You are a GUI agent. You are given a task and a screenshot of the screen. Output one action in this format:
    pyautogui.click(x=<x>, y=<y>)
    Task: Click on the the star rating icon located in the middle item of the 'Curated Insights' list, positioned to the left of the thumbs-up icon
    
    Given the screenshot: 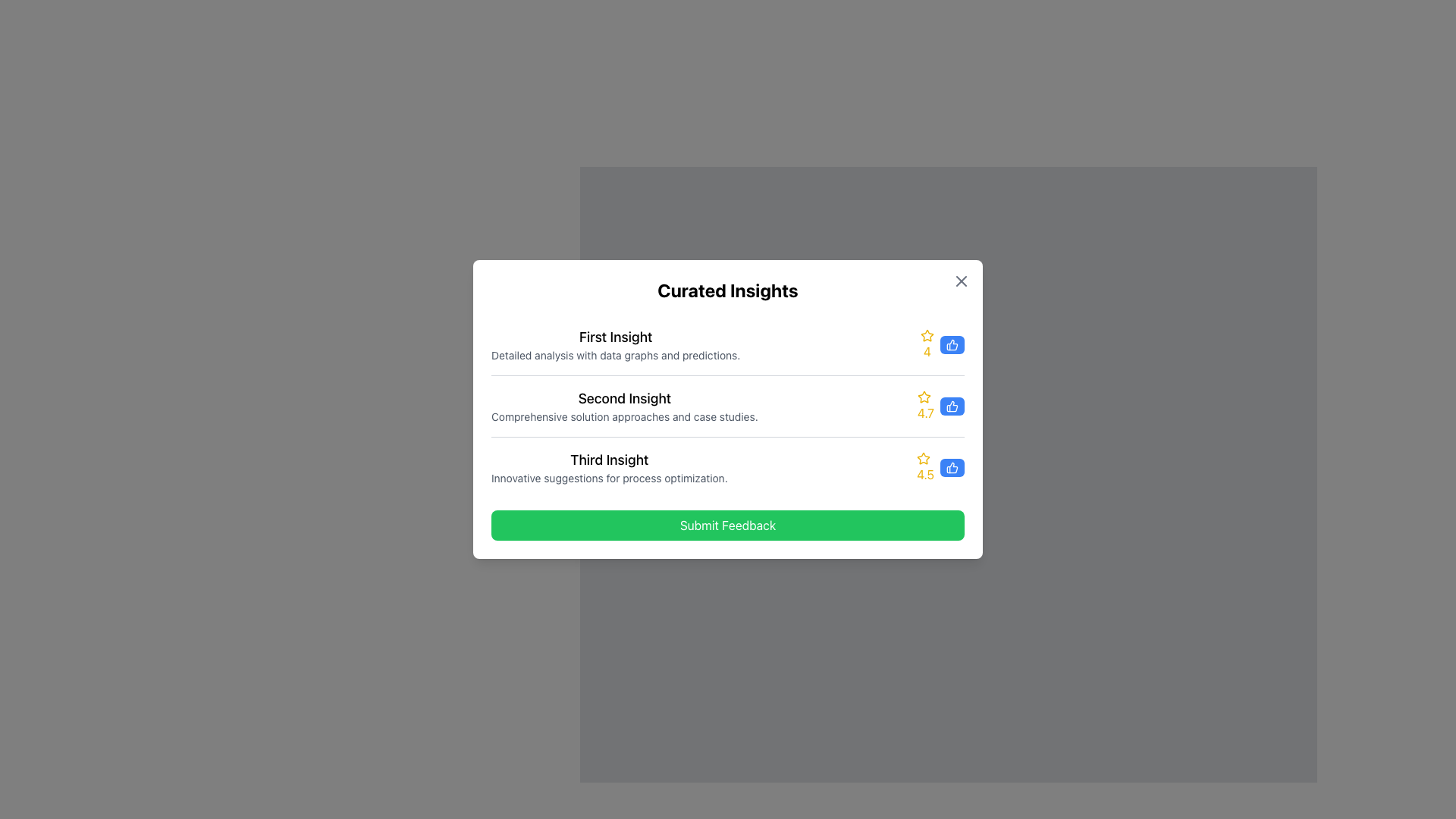 What is the action you would take?
    pyautogui.click(x=923, y=397)
    